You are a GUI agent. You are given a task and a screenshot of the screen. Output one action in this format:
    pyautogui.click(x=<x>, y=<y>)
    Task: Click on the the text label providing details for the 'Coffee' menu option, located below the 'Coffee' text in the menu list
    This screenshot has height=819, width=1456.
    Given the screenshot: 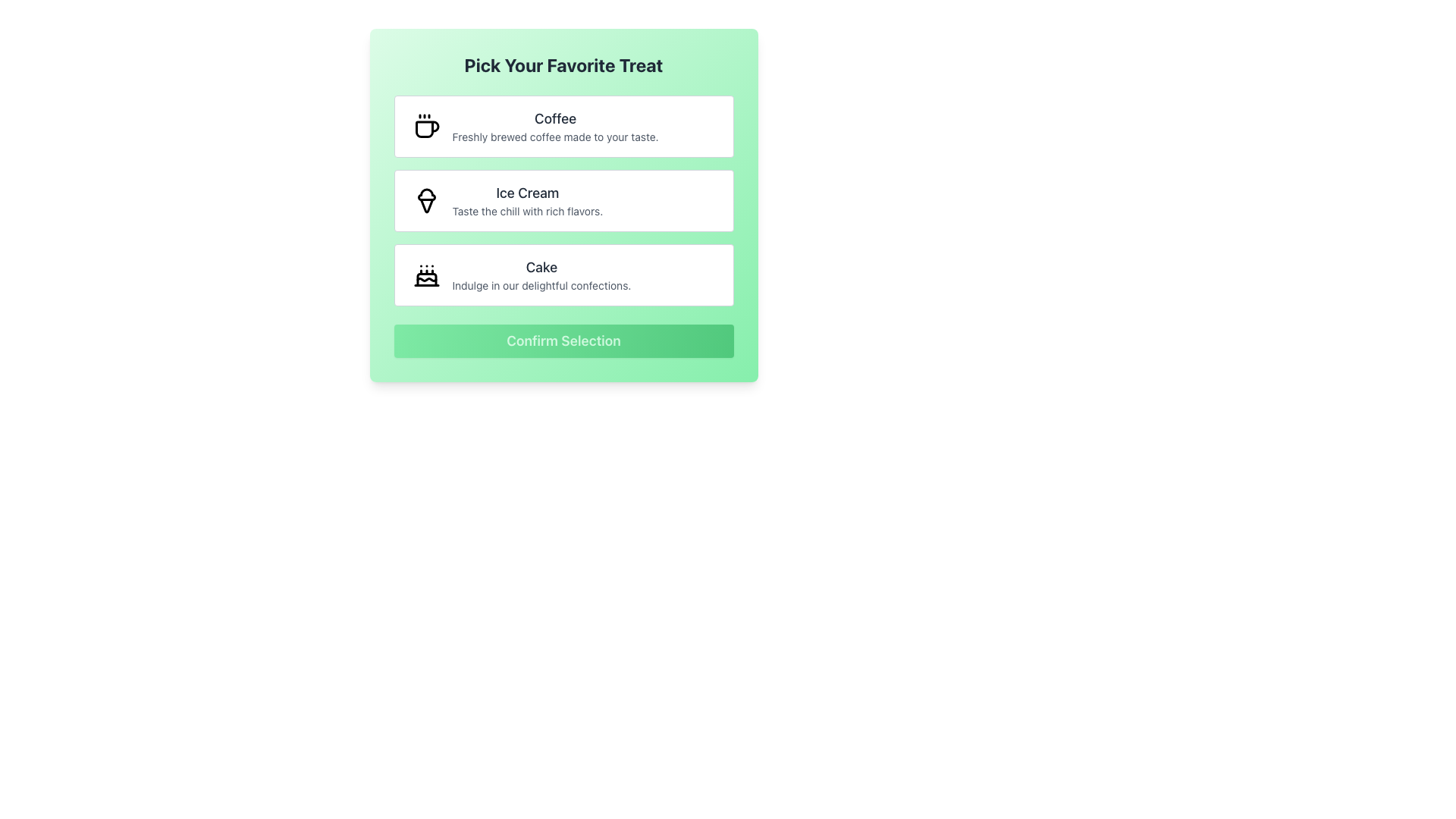 What is the action you would take?
    pyautogui.click(x=554, y=137)
    